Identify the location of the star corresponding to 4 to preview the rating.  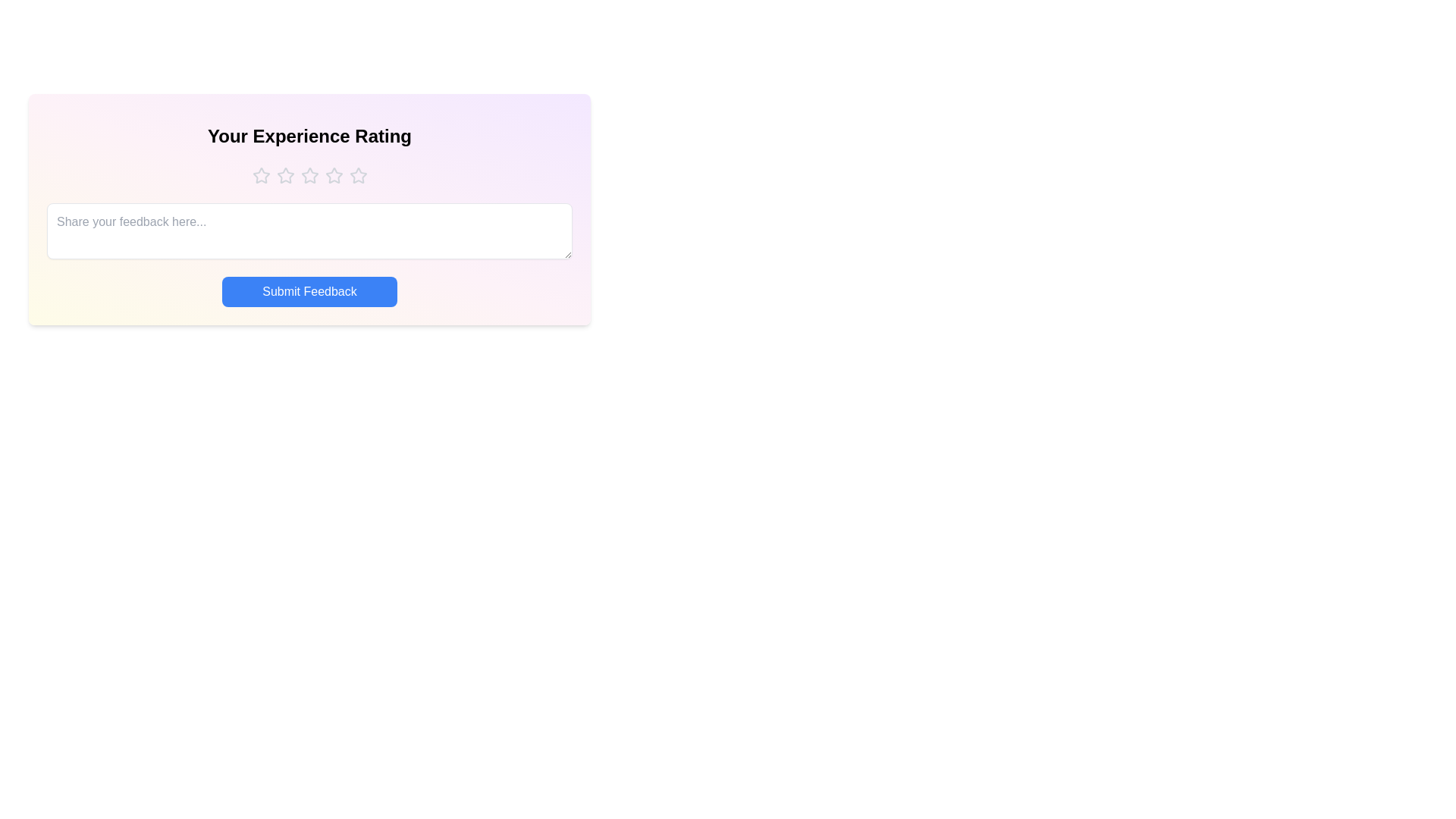
(333, 174).